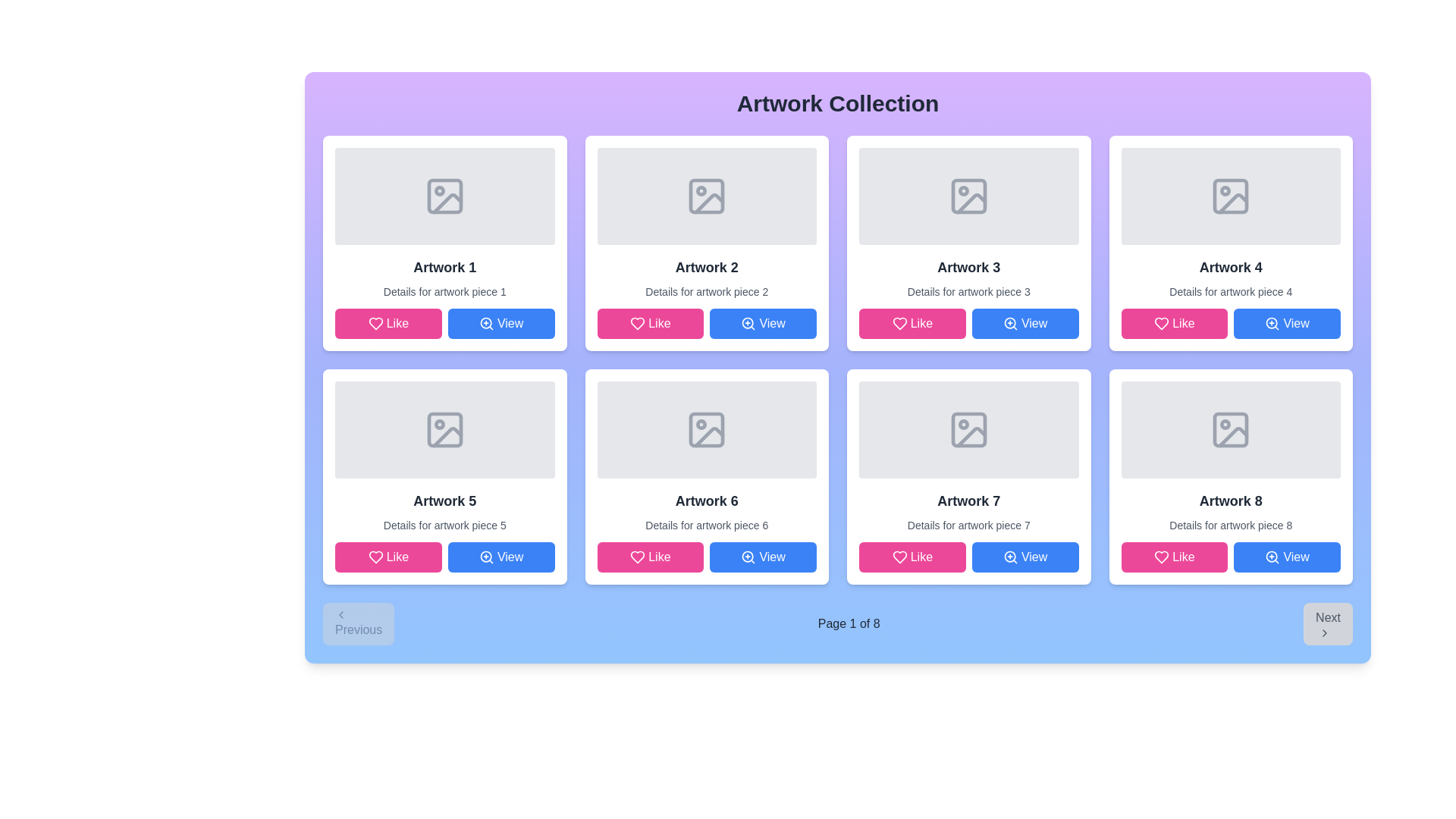 This screenshot has width=1456, height=819. Describe the element at coordinates (899, 557) in the screenshot. I see `the 'Like' icon in the 'Artwork 7' card, which is located in the bottom row, third from the left, to the left of the blue 'View' button` at that location.